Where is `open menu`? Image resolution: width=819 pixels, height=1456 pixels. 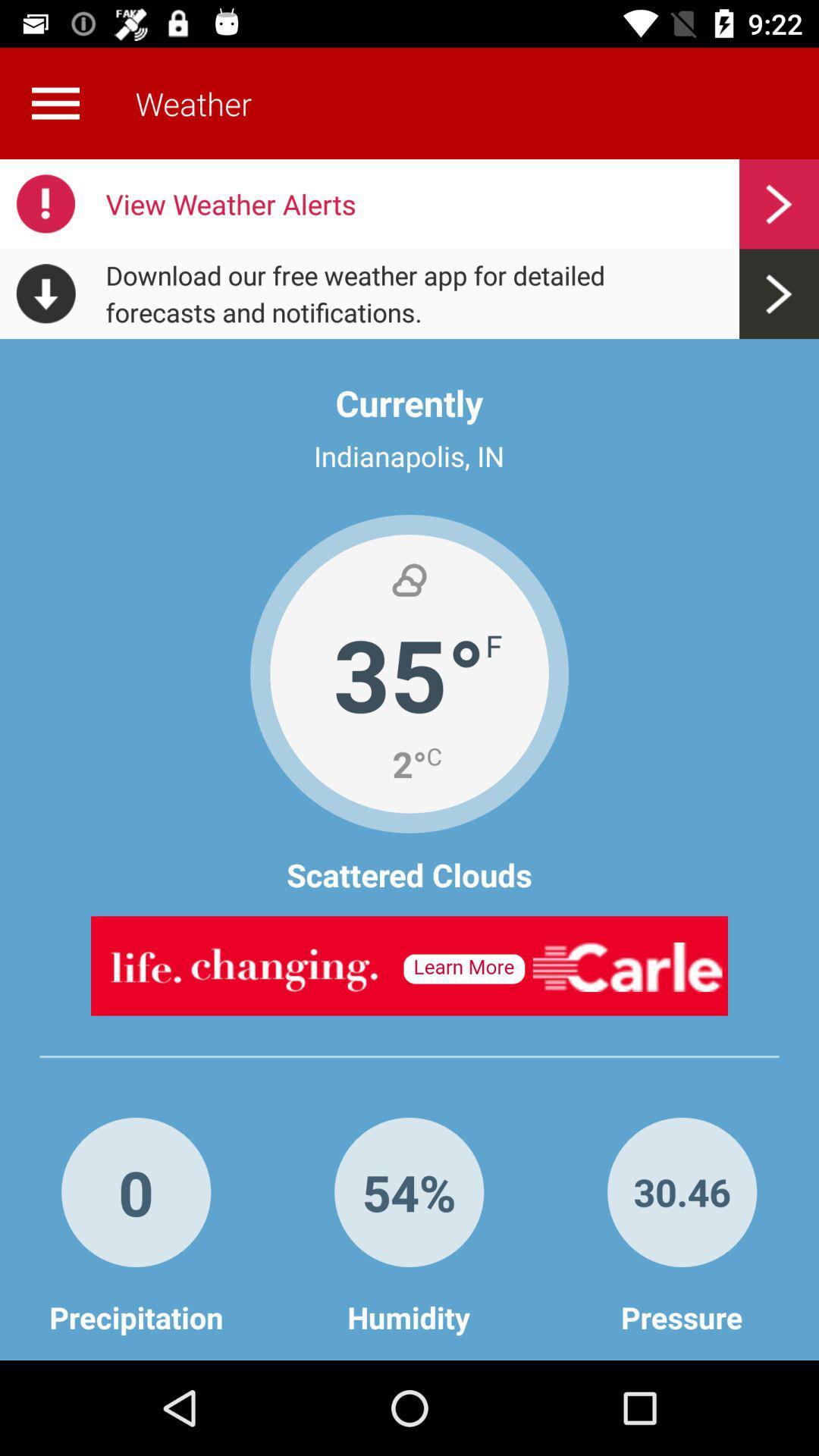 open menu is located at coordinates (55, 102).